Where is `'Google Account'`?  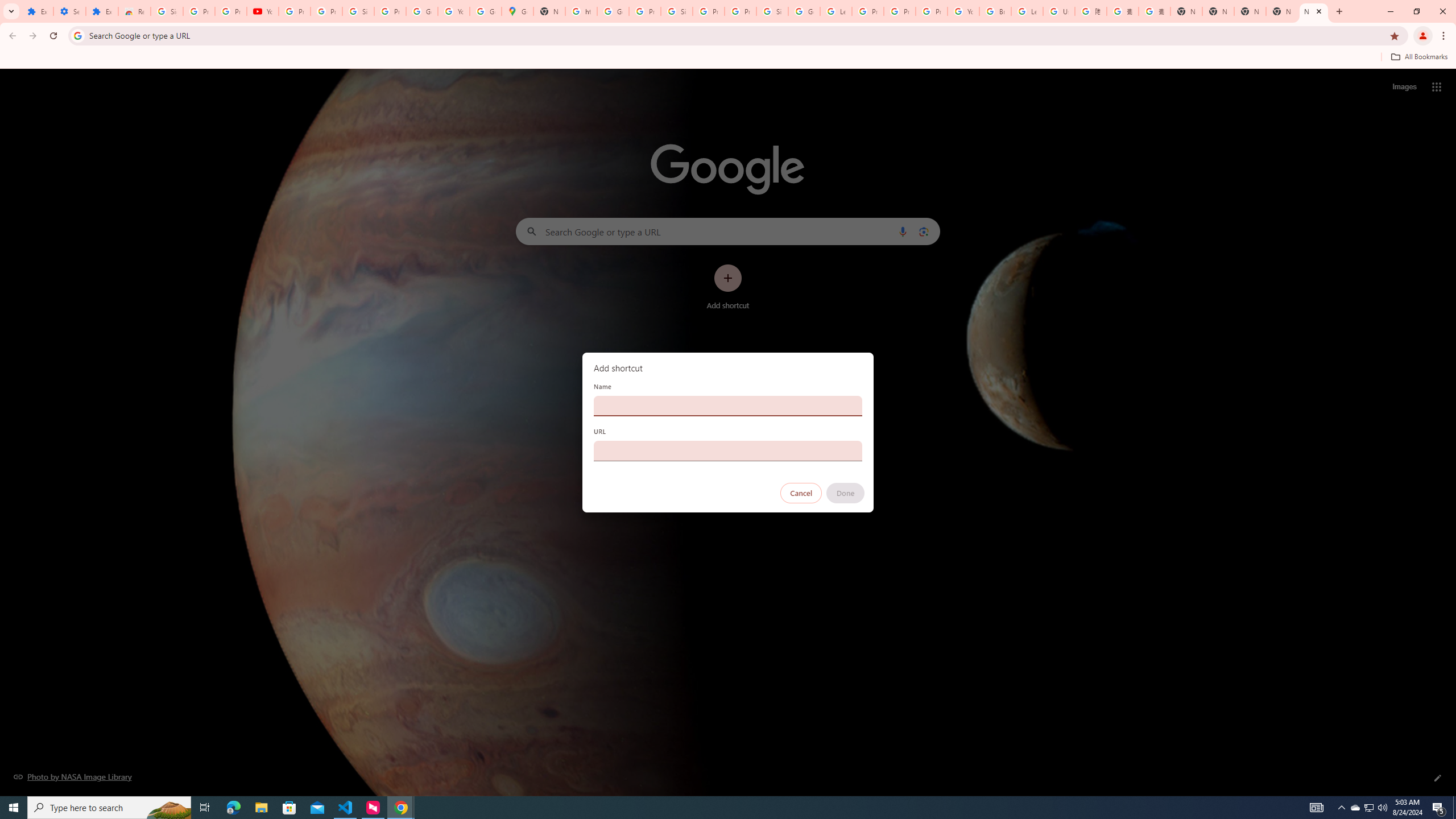 'Google Account' is located at coordinates (421, 11).